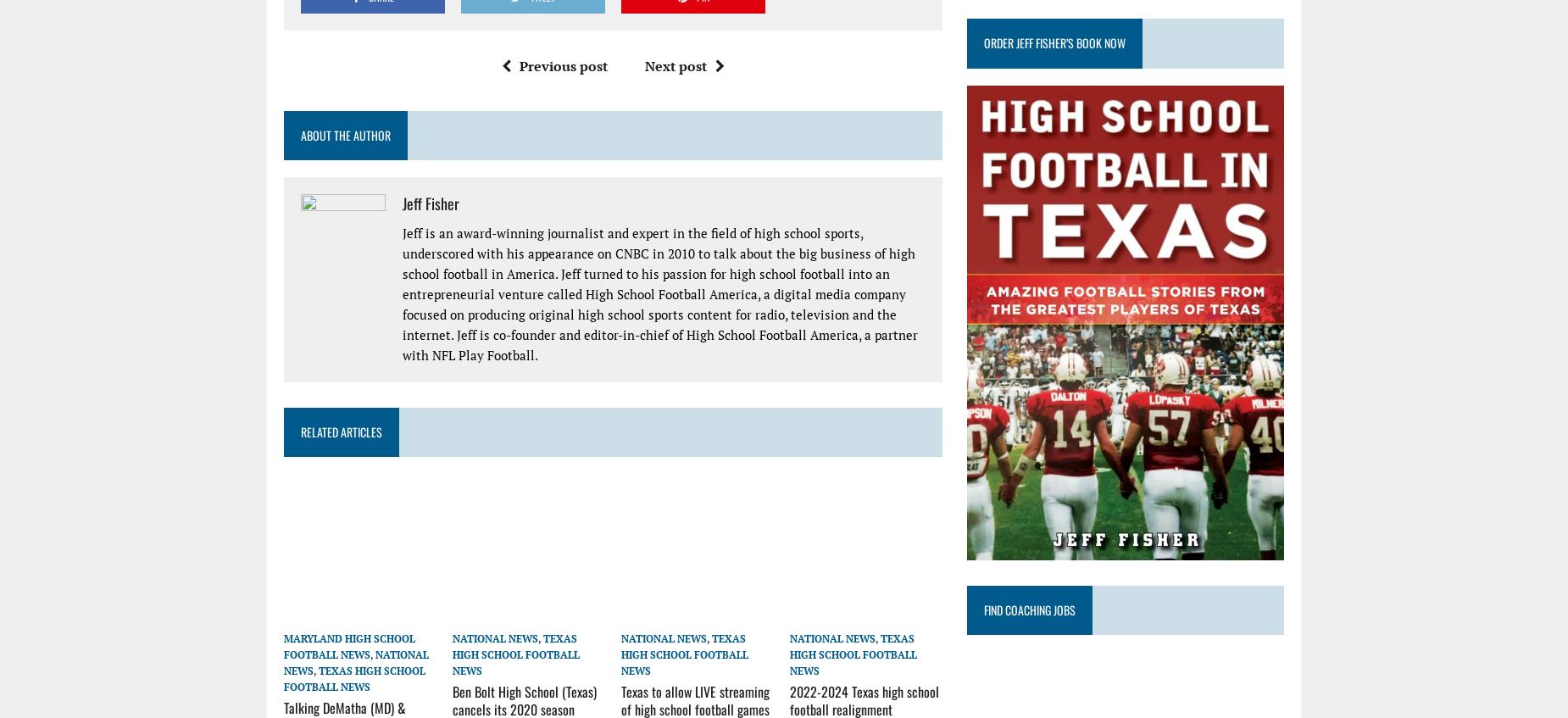 This screenshot has height=718, width=1568. I want to click on 'Order Jeff Fisher’s Book NOW', so click(1054, 42).